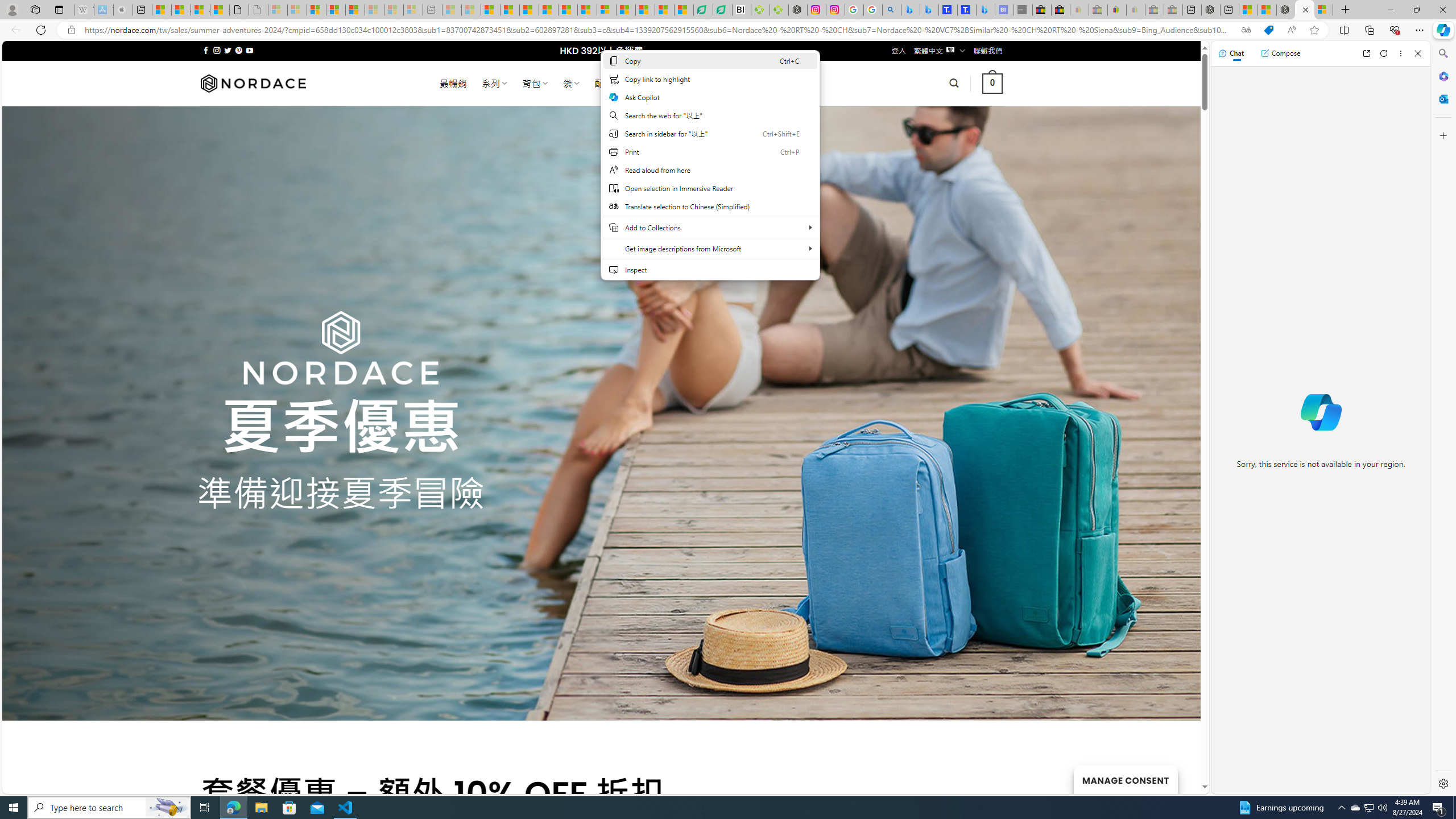  Describe the element at coordinates (206, 50) in the screenshot. I see `'Follow on Facebook'` at that location.